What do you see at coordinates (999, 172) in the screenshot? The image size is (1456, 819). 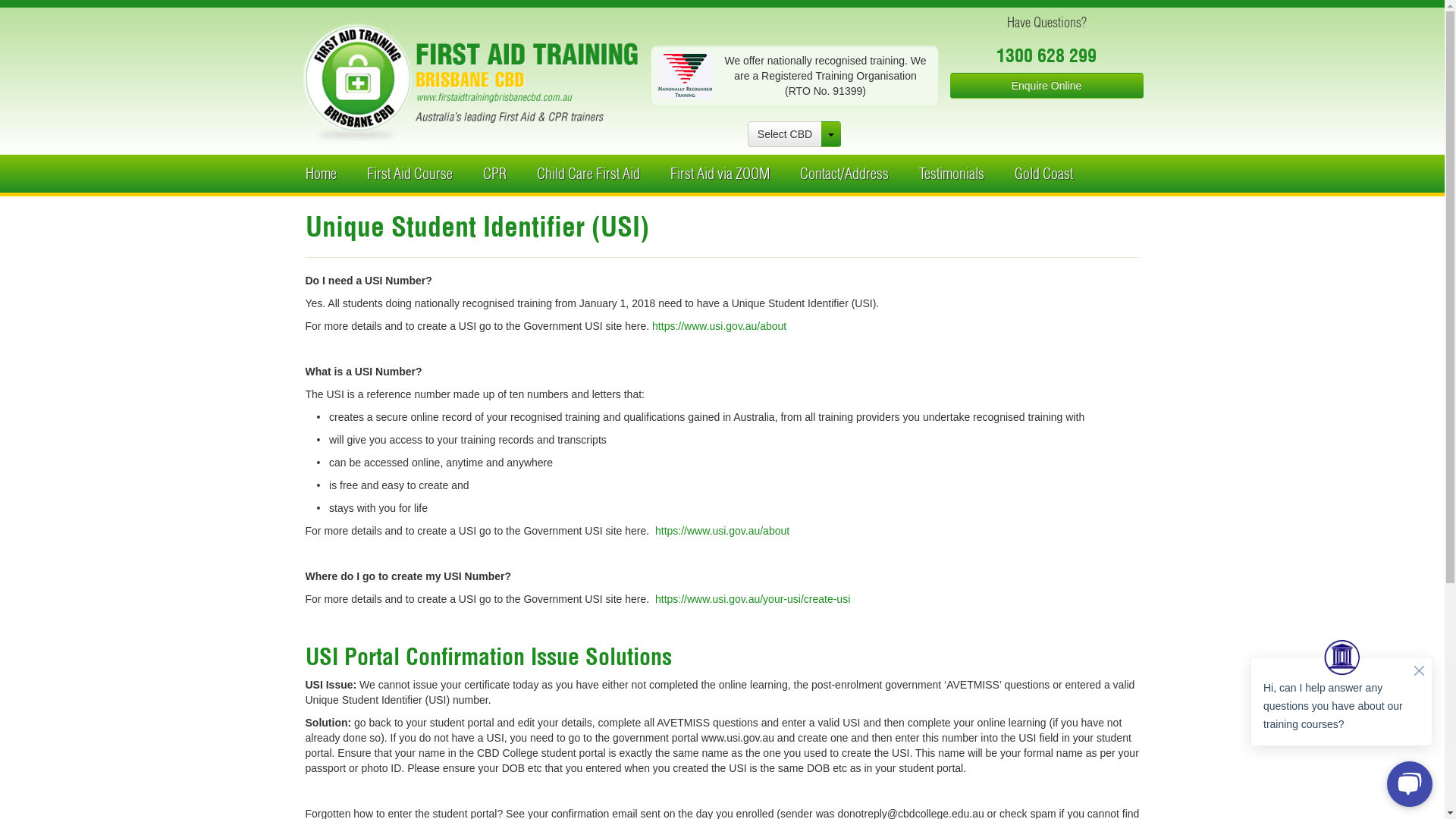 I see `'Gold Coast'` at bounding box center [999, 172].